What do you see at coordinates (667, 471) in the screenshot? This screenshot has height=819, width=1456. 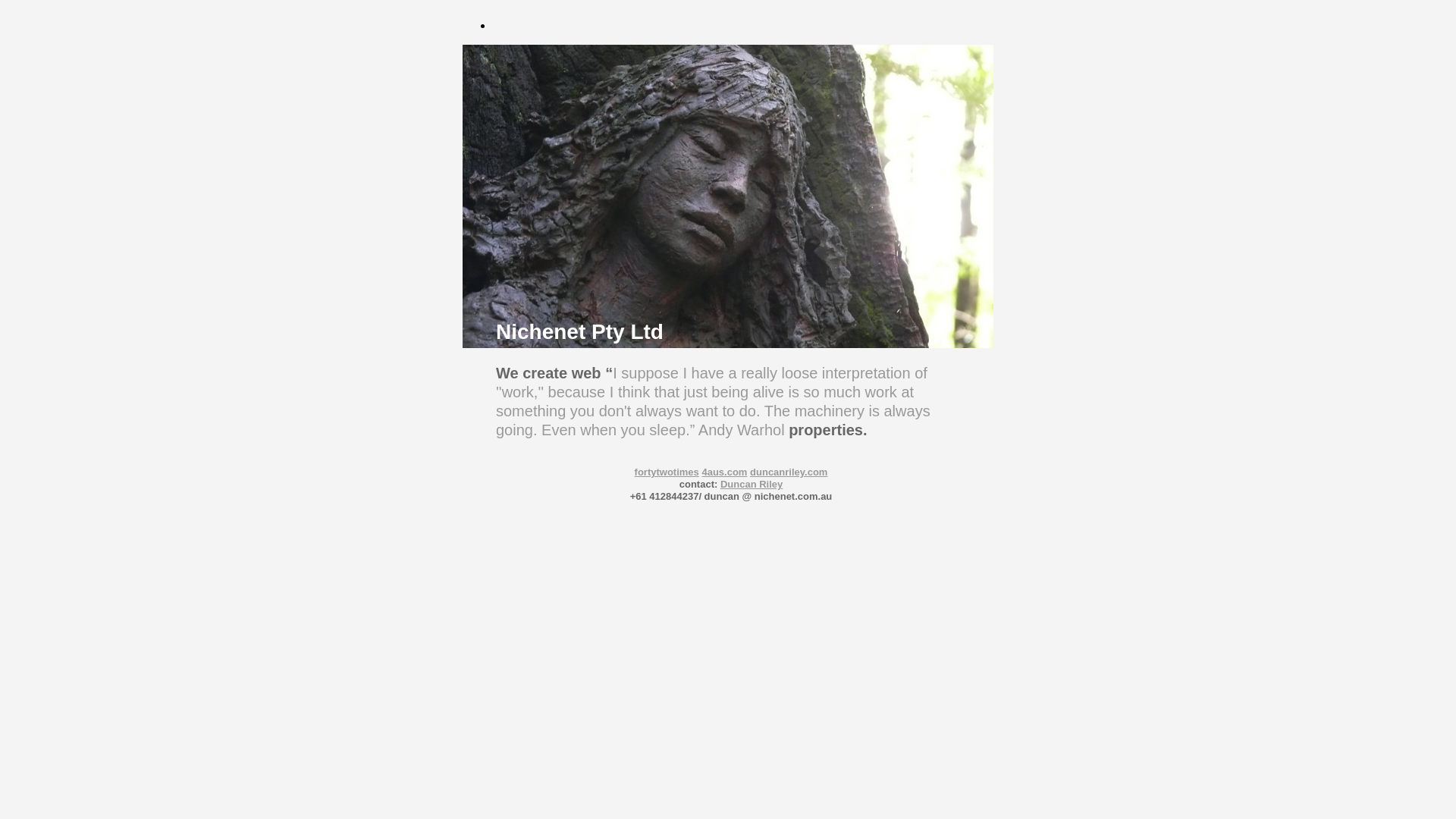 I see `'fortytwotimes'` at bounding box center [667, 471].